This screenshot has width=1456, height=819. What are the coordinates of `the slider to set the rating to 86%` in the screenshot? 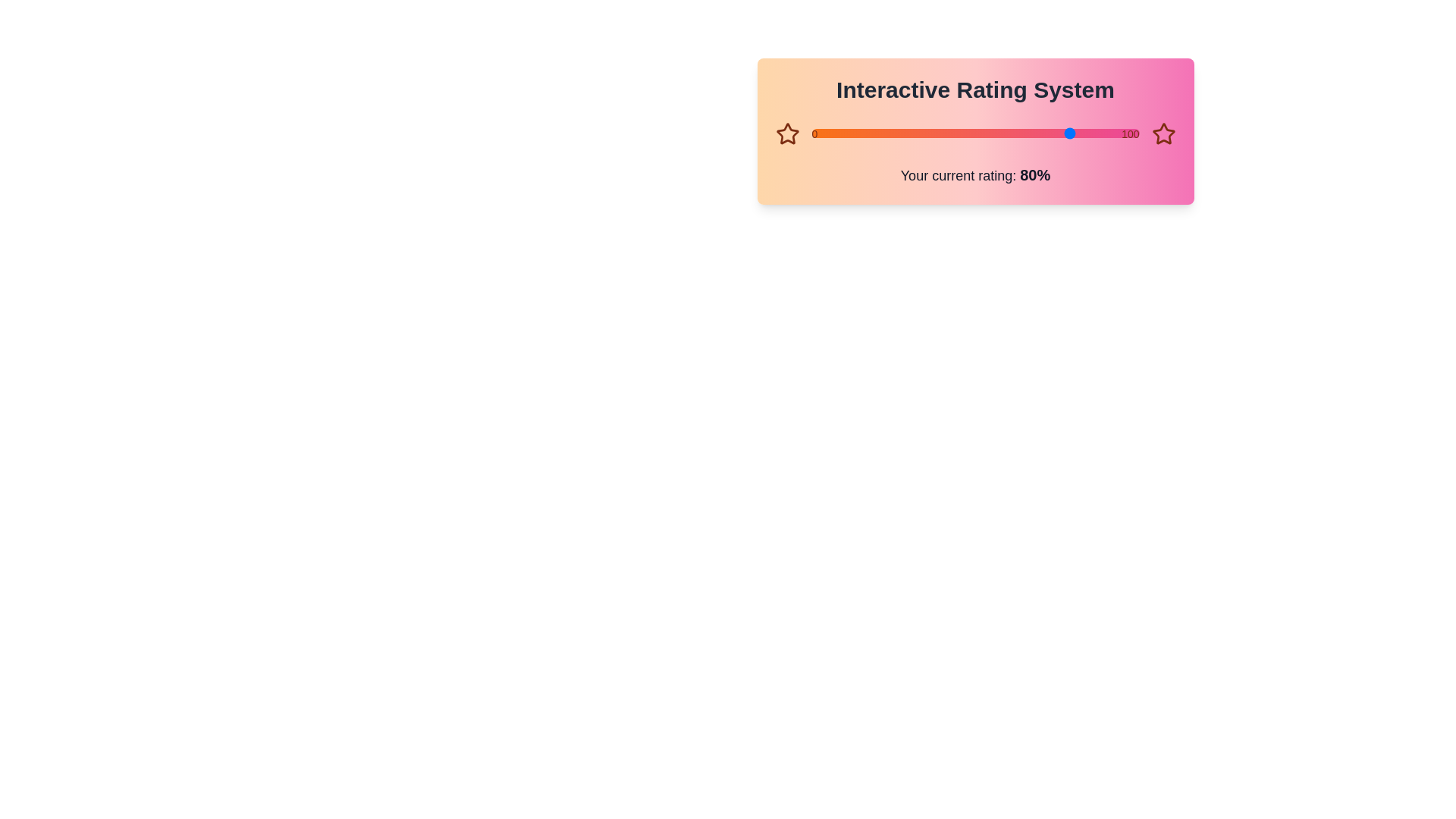 It's located at (811, 133).